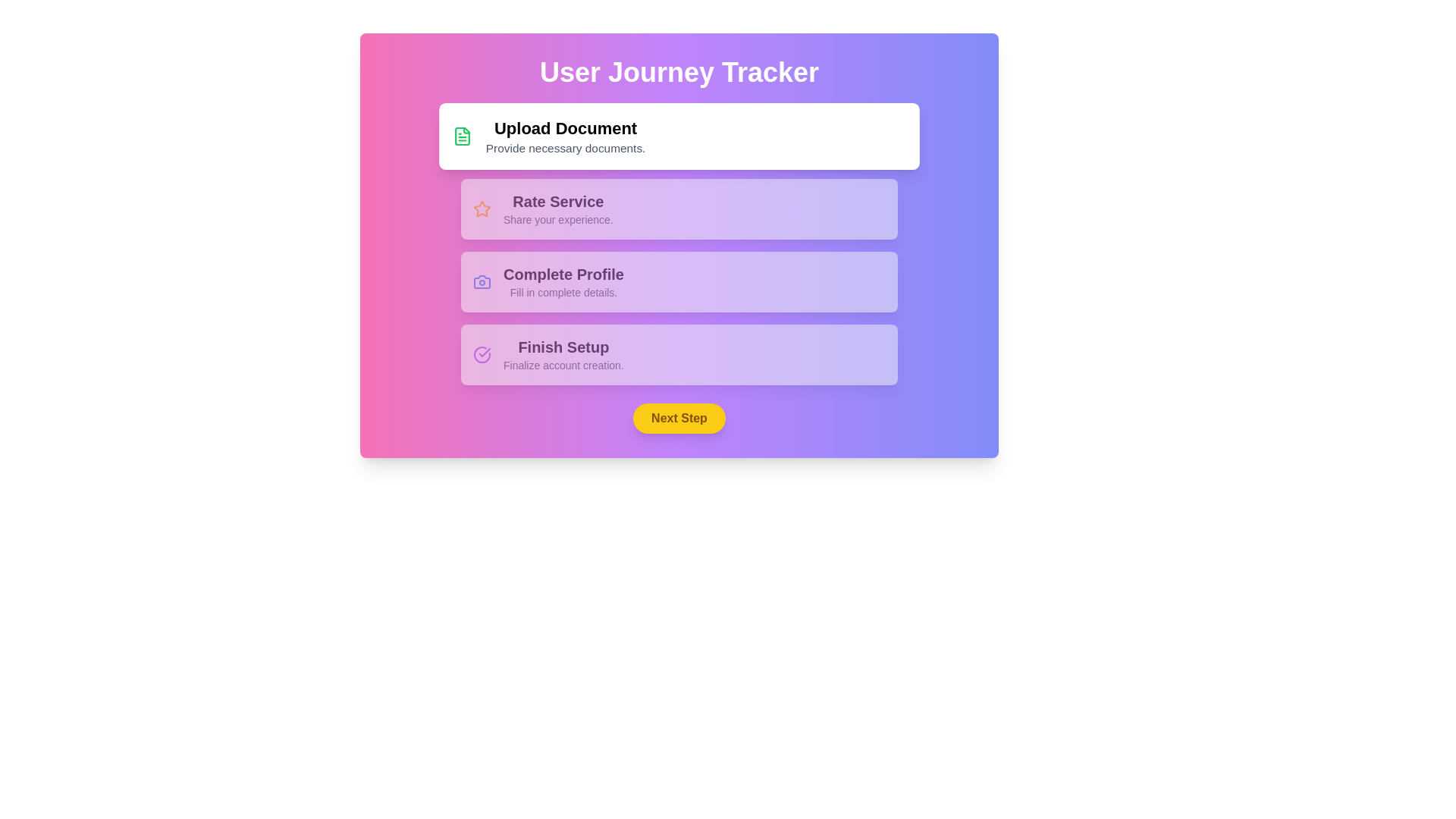  What do you see at coordinates (679, 136) in the screenshot?
I see `the first Informational Card in the vertically stacked list that guides the user to upload documents` at bounding box center [679, 136].